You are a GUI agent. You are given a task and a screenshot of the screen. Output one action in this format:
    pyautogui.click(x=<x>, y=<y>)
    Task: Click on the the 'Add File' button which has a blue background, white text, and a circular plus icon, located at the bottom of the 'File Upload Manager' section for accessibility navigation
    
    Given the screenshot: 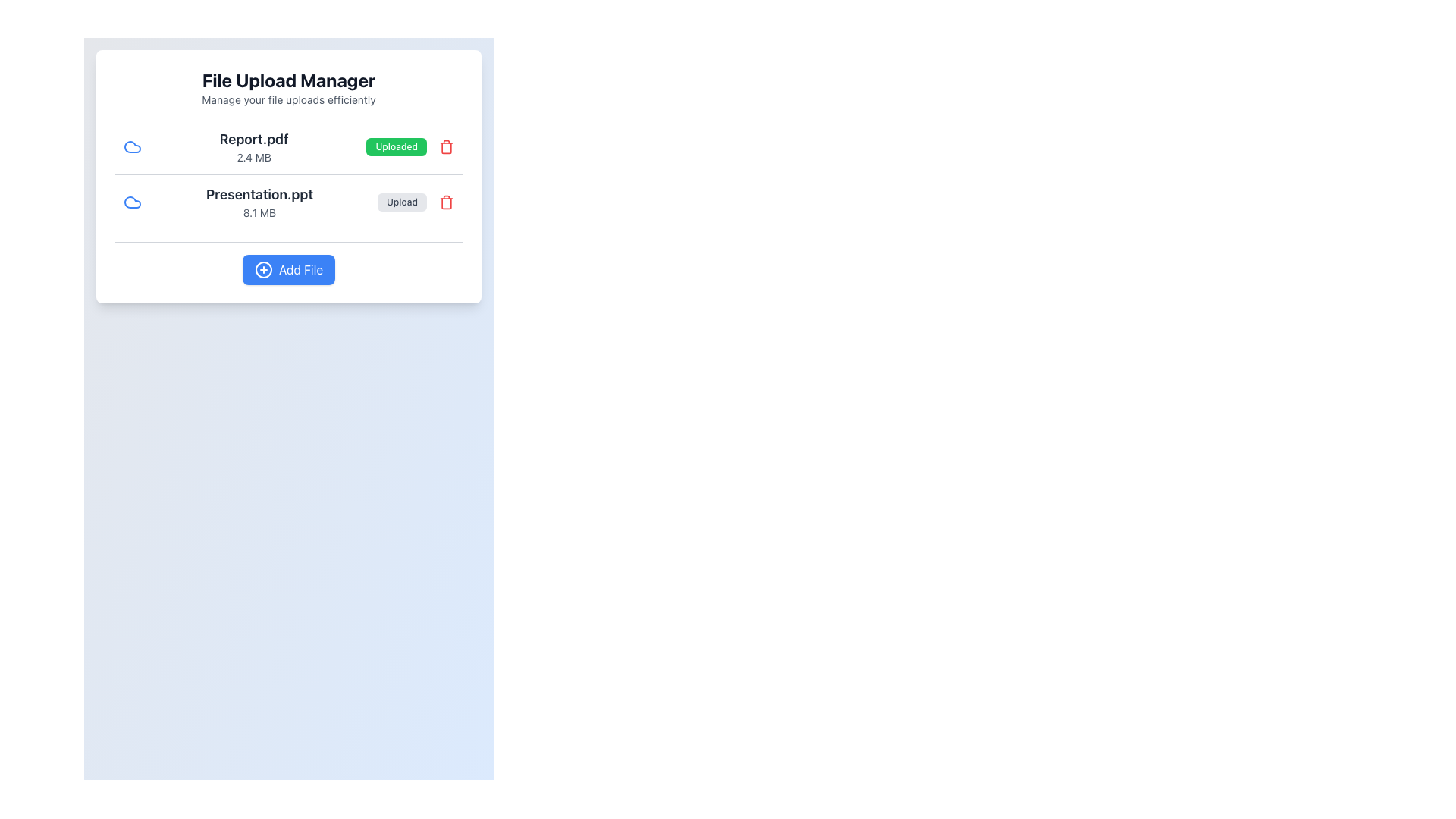 What is the action you would take?
    pyautogui.click(x=288, y=262)
    